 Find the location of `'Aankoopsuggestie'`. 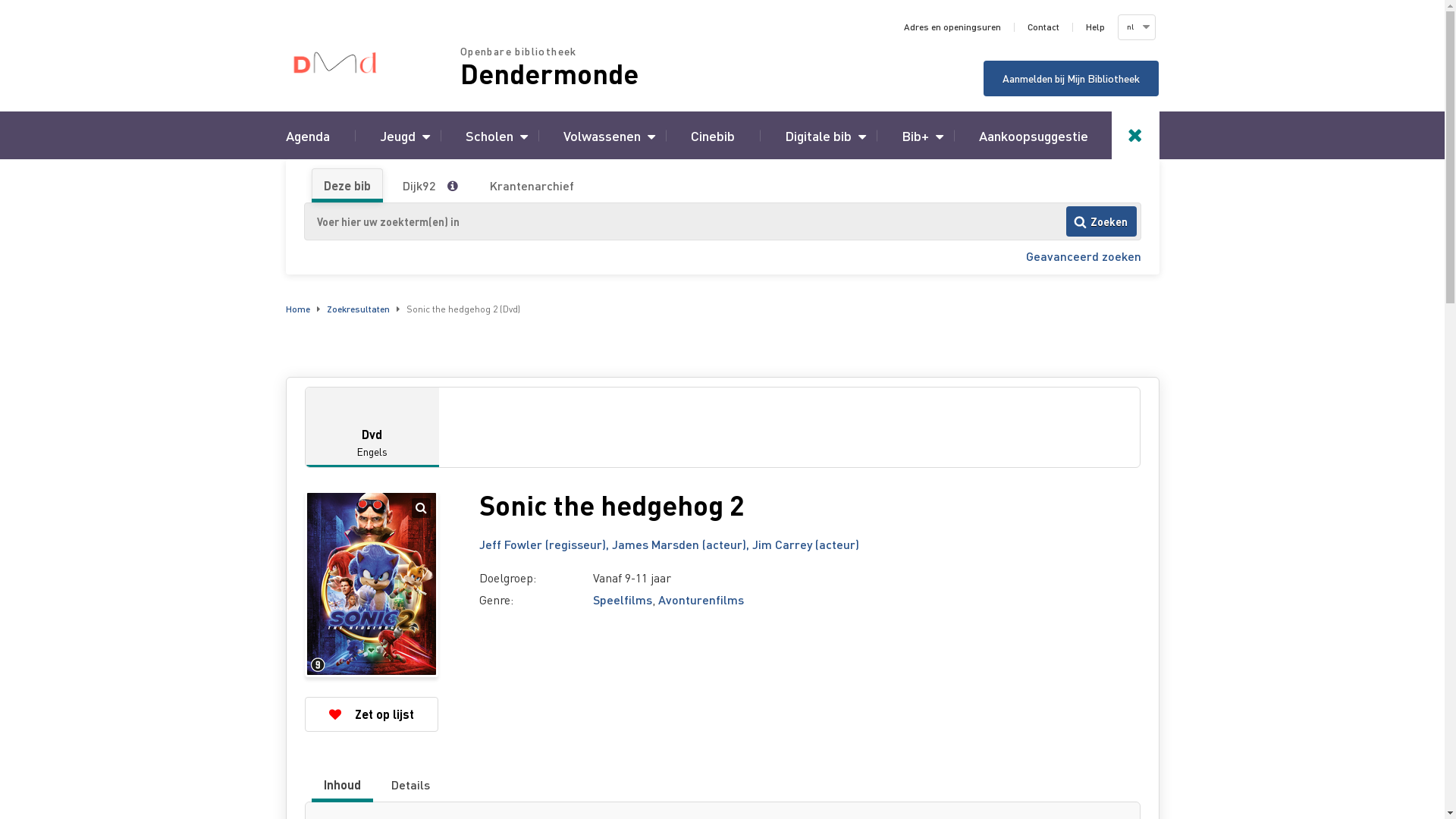

'Aankoopsuggestie' is located at coordinates (978, 134).